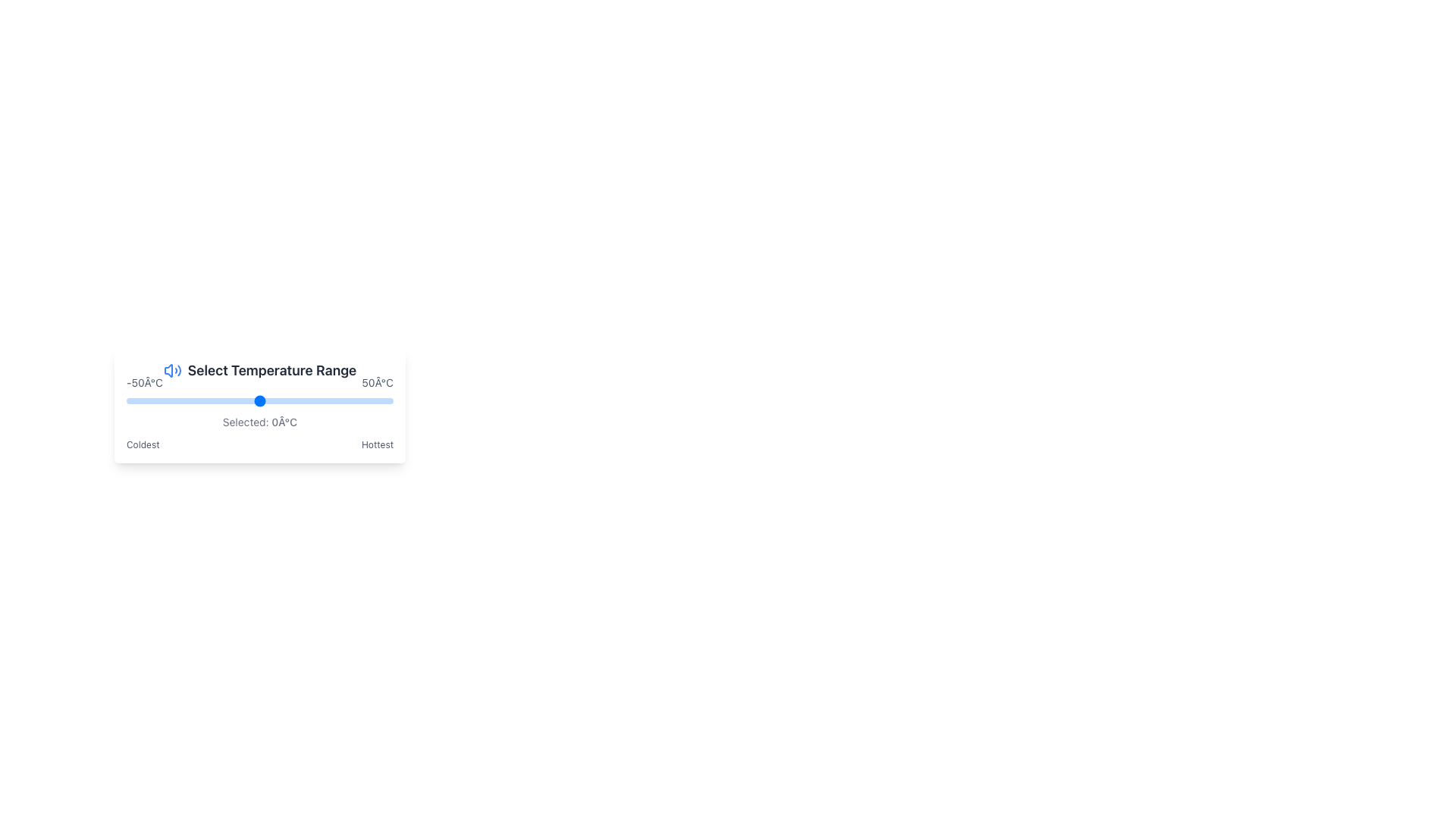 Image resolution: width=1456 pixels, height=819 pixels. I want to click on the text label displaying 'Select Temperature Range', which is styled with large, bold gray text and positioned between a blue sound icon and whitespace, so click(272, 371).